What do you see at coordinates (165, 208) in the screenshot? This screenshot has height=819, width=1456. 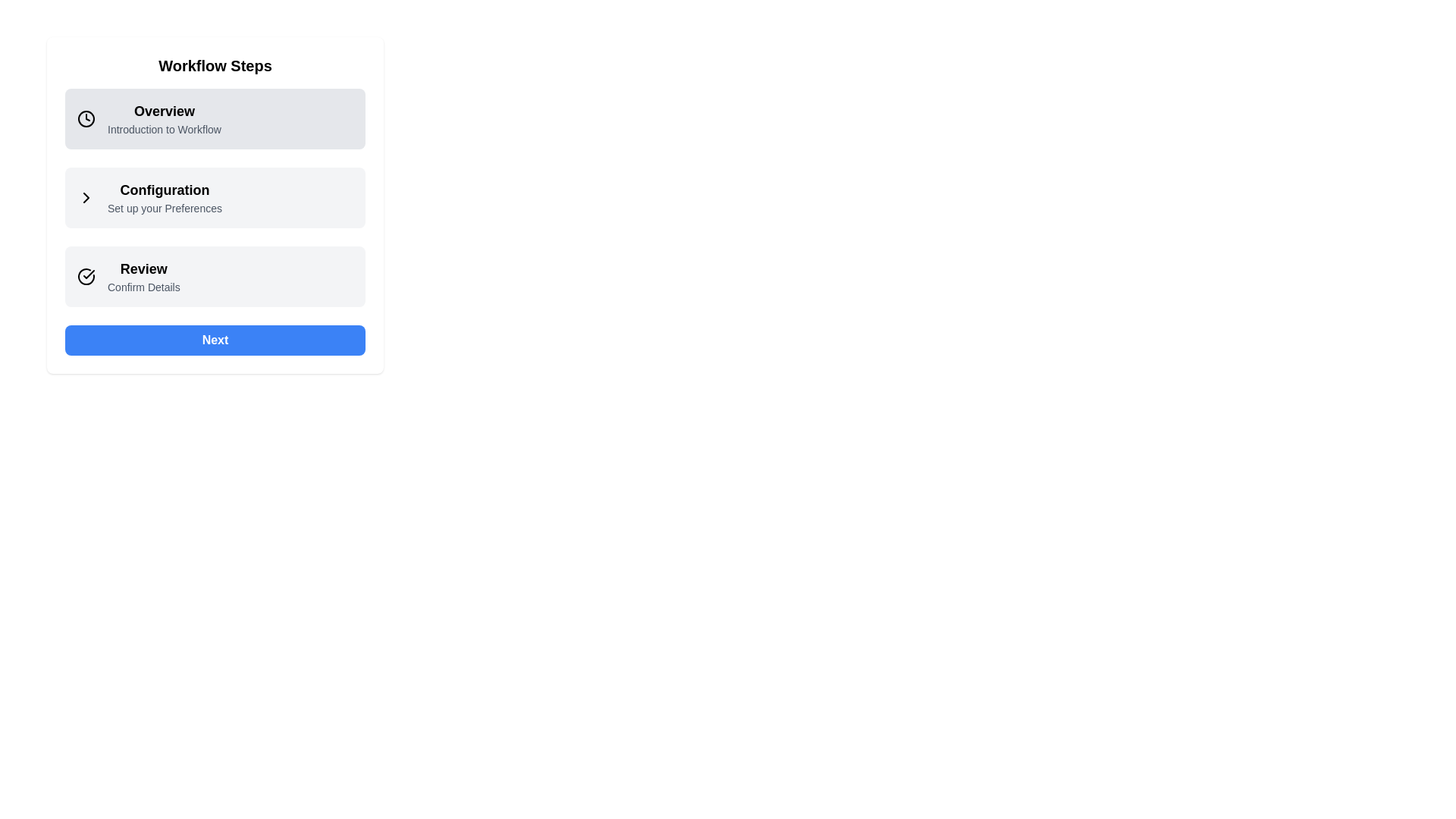 I see `the static text label that displays 'Set up your Preferences', which is positioned directly below the heading 'Configuration' in the 'Workflow Steps' section` at bounding box center [165, 208].